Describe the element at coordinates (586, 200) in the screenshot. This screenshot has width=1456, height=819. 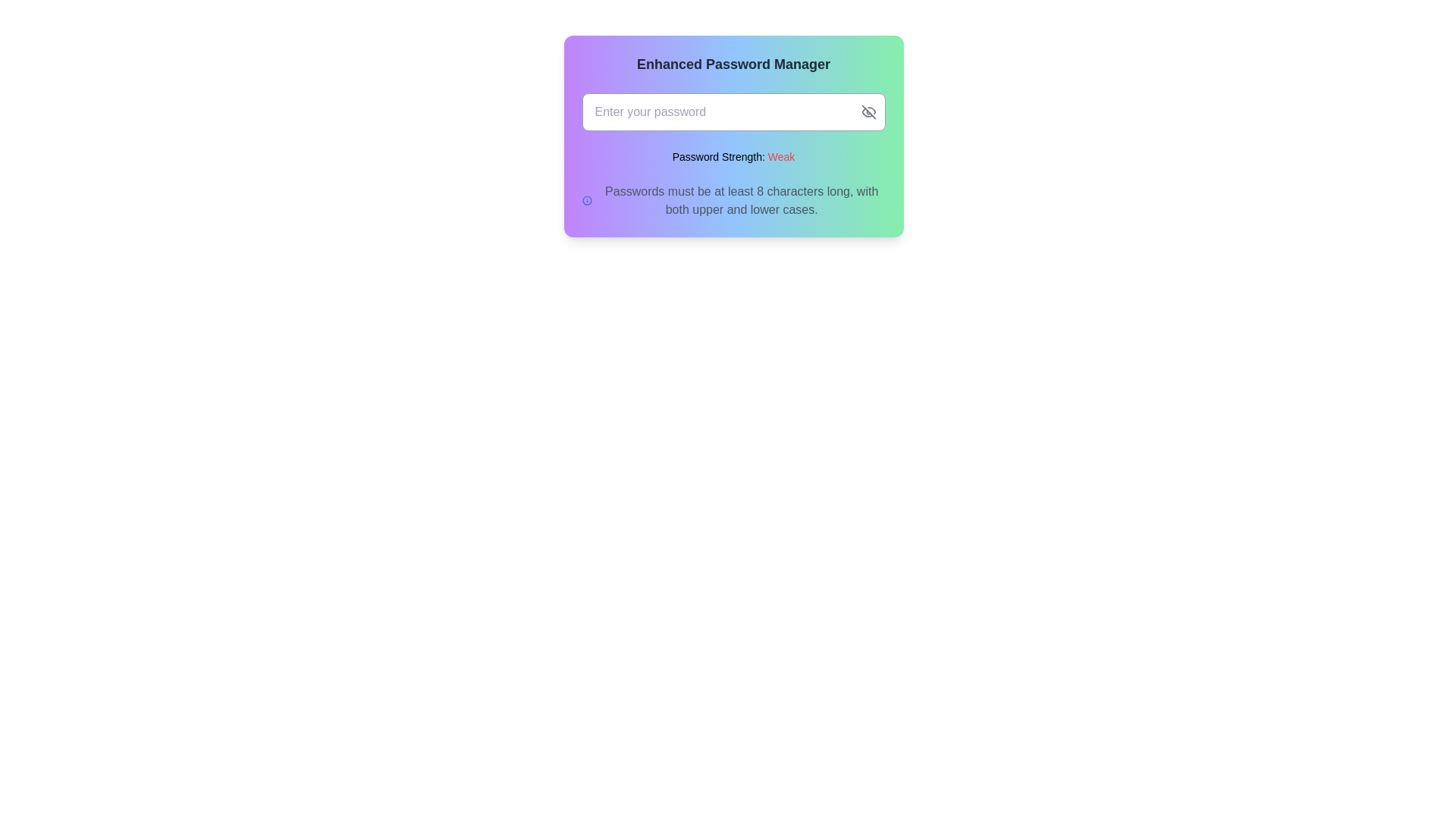
I see `the primary circular shape of the graphical icon, which is part of a larger symbol located to the left of the password rule description text box` at that location.